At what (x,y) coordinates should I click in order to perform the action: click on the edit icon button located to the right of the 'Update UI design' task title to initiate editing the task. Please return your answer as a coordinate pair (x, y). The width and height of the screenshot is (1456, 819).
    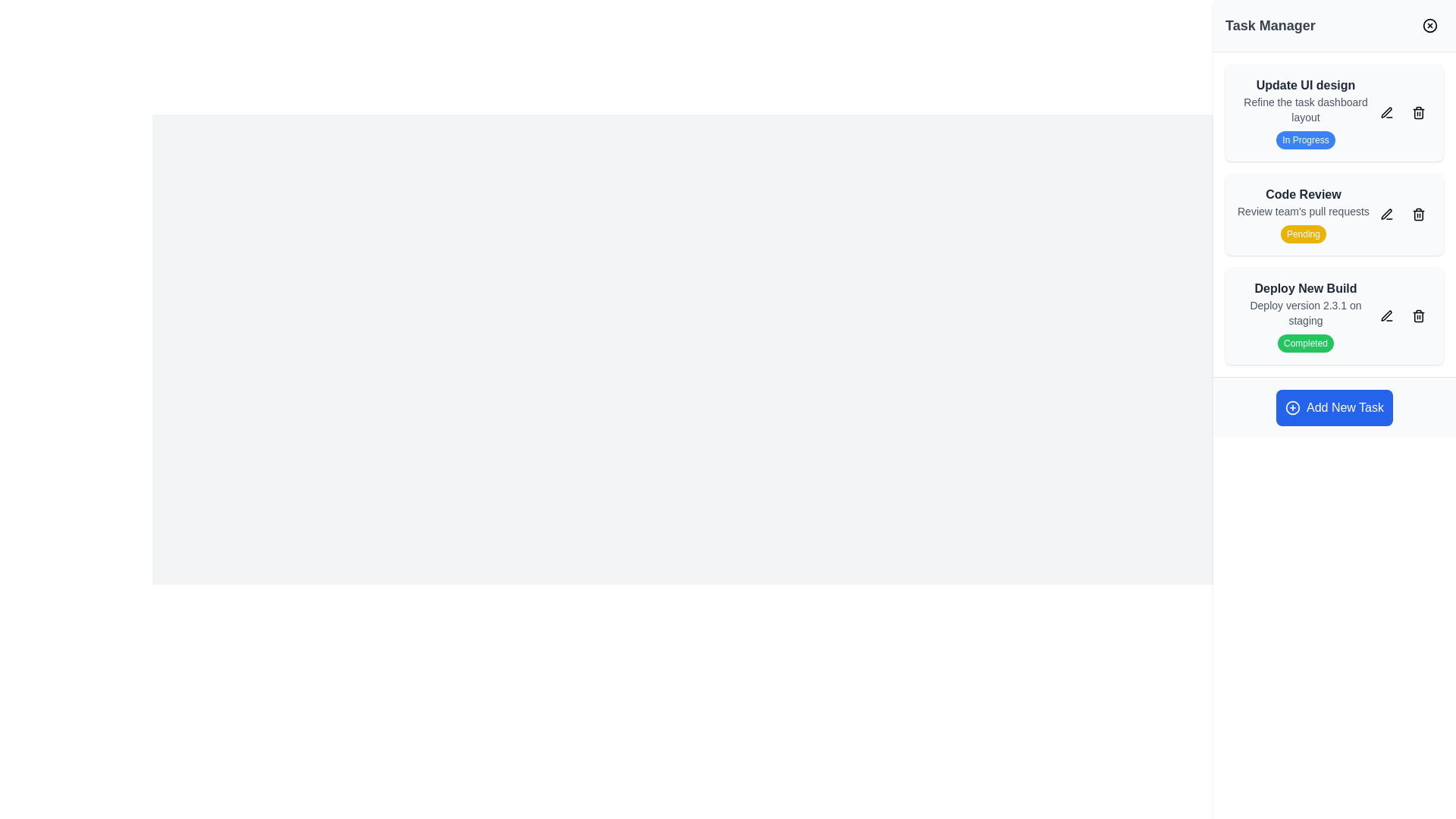
    Looking at the image, I should click on (1386, 112).